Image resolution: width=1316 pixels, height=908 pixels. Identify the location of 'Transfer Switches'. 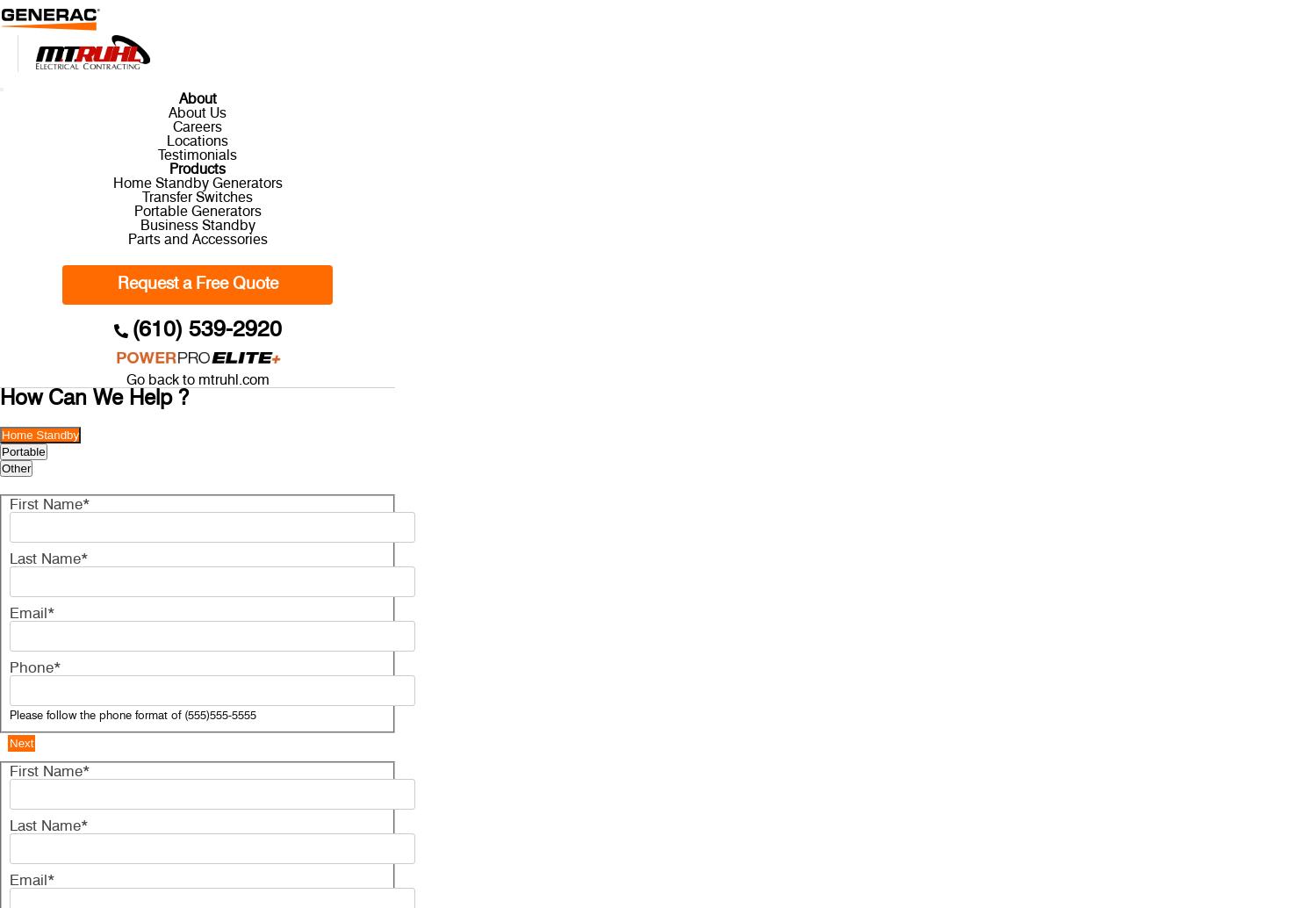
(196, 197).